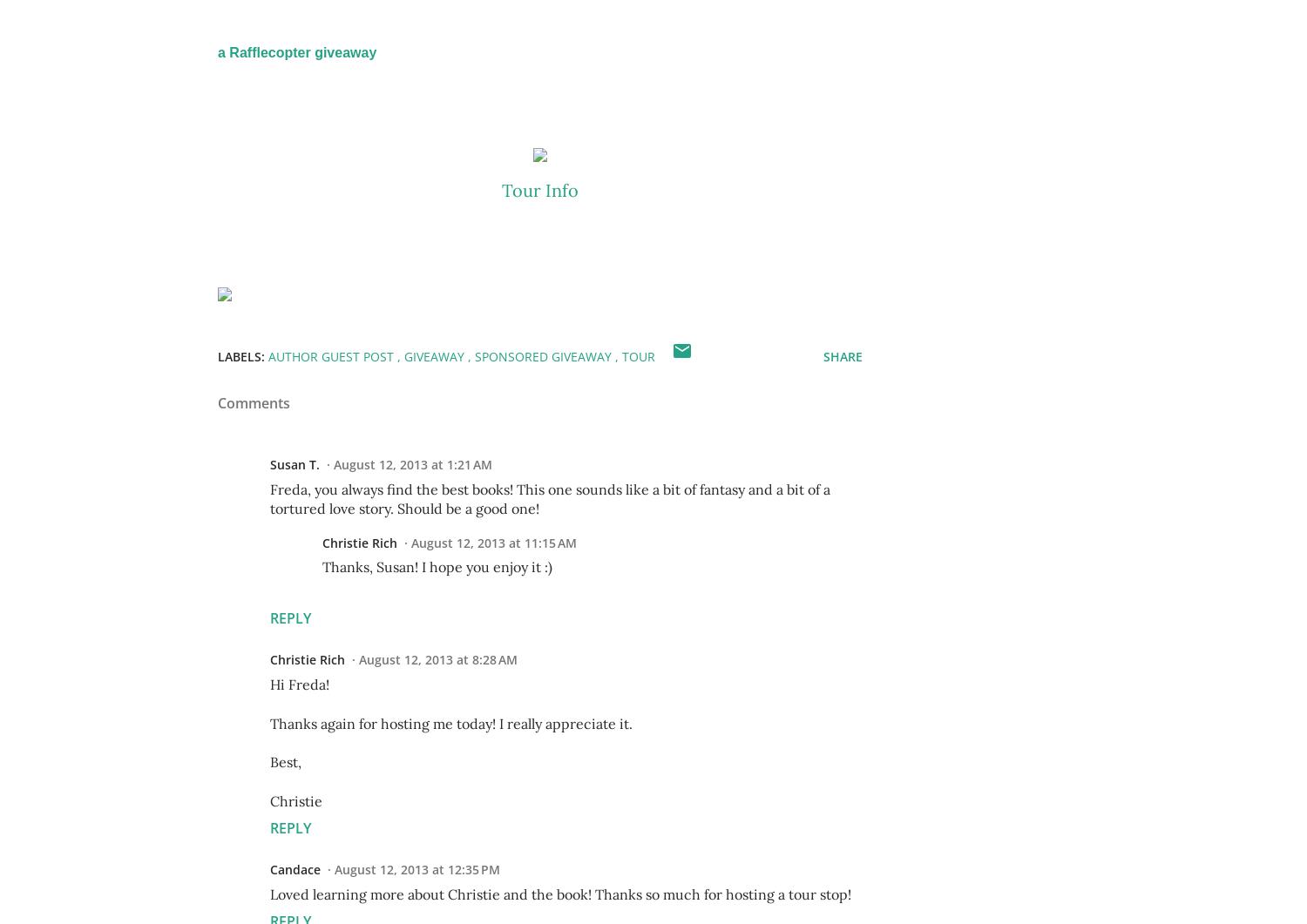  Describe the element at coordinates (412, 463) in the screenshot. I see `'August 12, 2013 at 1:21 AM'` at that location.